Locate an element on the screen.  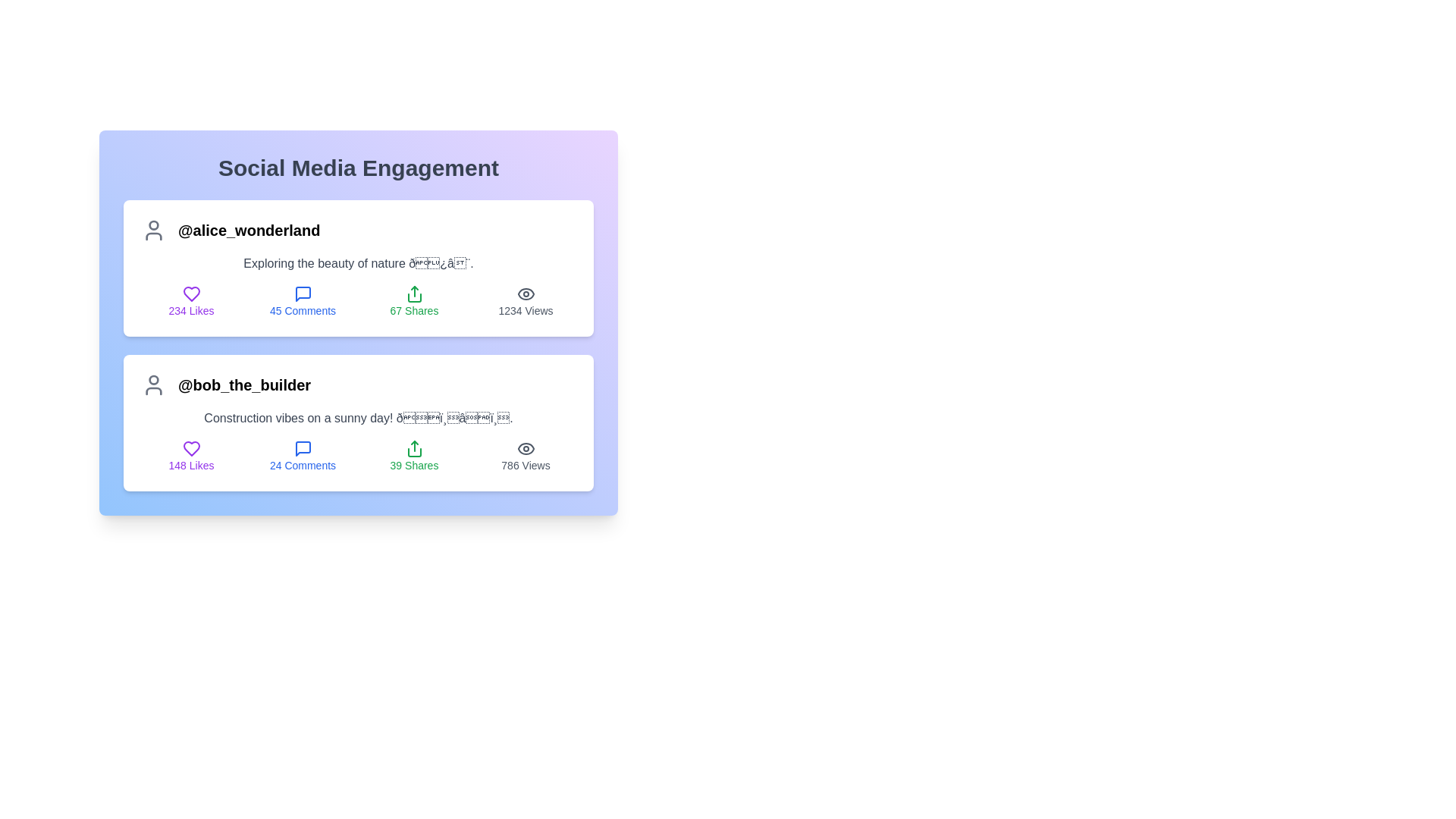
the share button located in the third position of the social interaction buttons grid under the 'Social Media Engagement' section for the user '@alice_wonderland' to share the associated post is located at coordinates (358, 322).